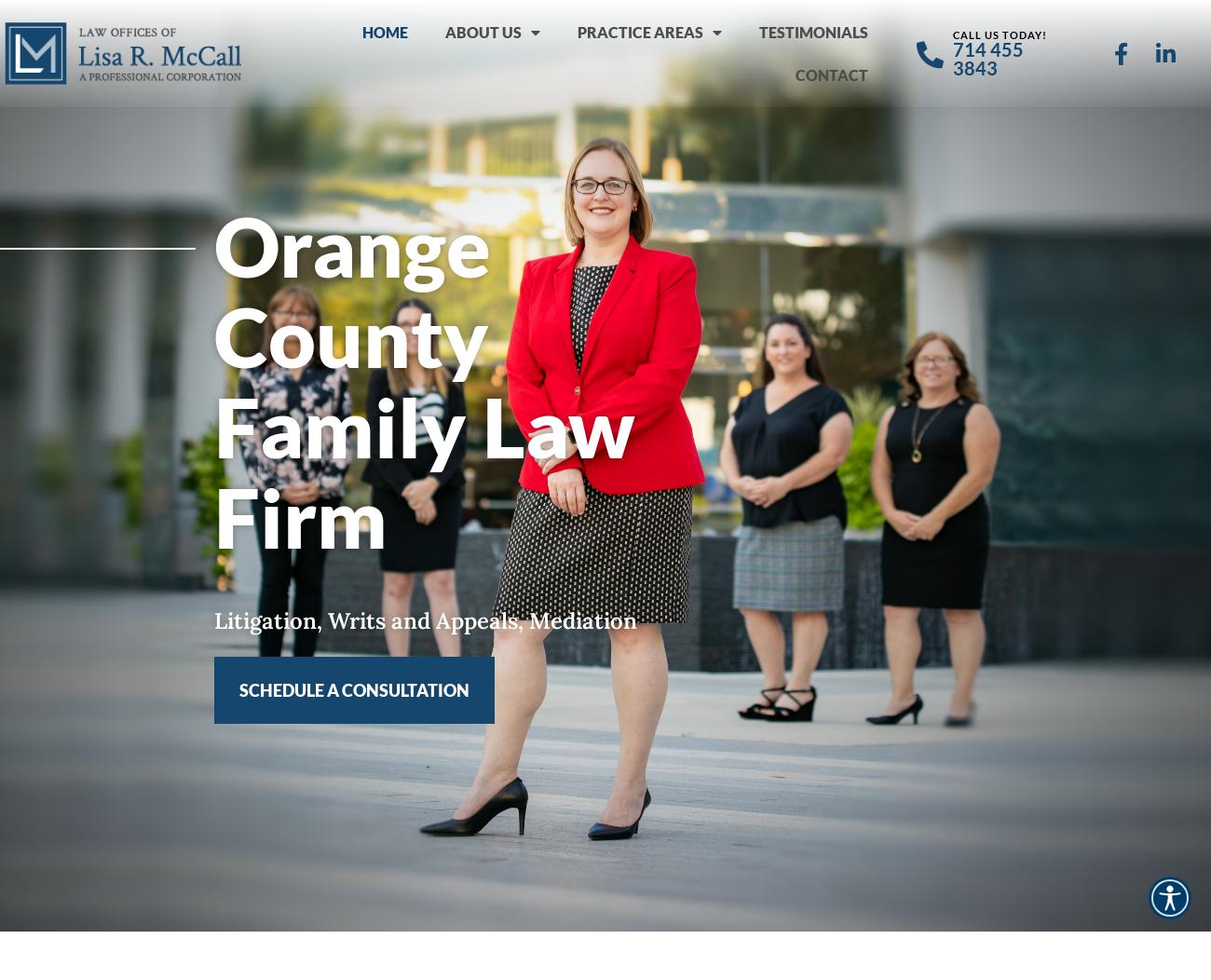 The width and height of the screenshot is (1211, 980). Describe the element at coordinates (758, 31) in the screenshot. I see `'Testimonials'` at that location.